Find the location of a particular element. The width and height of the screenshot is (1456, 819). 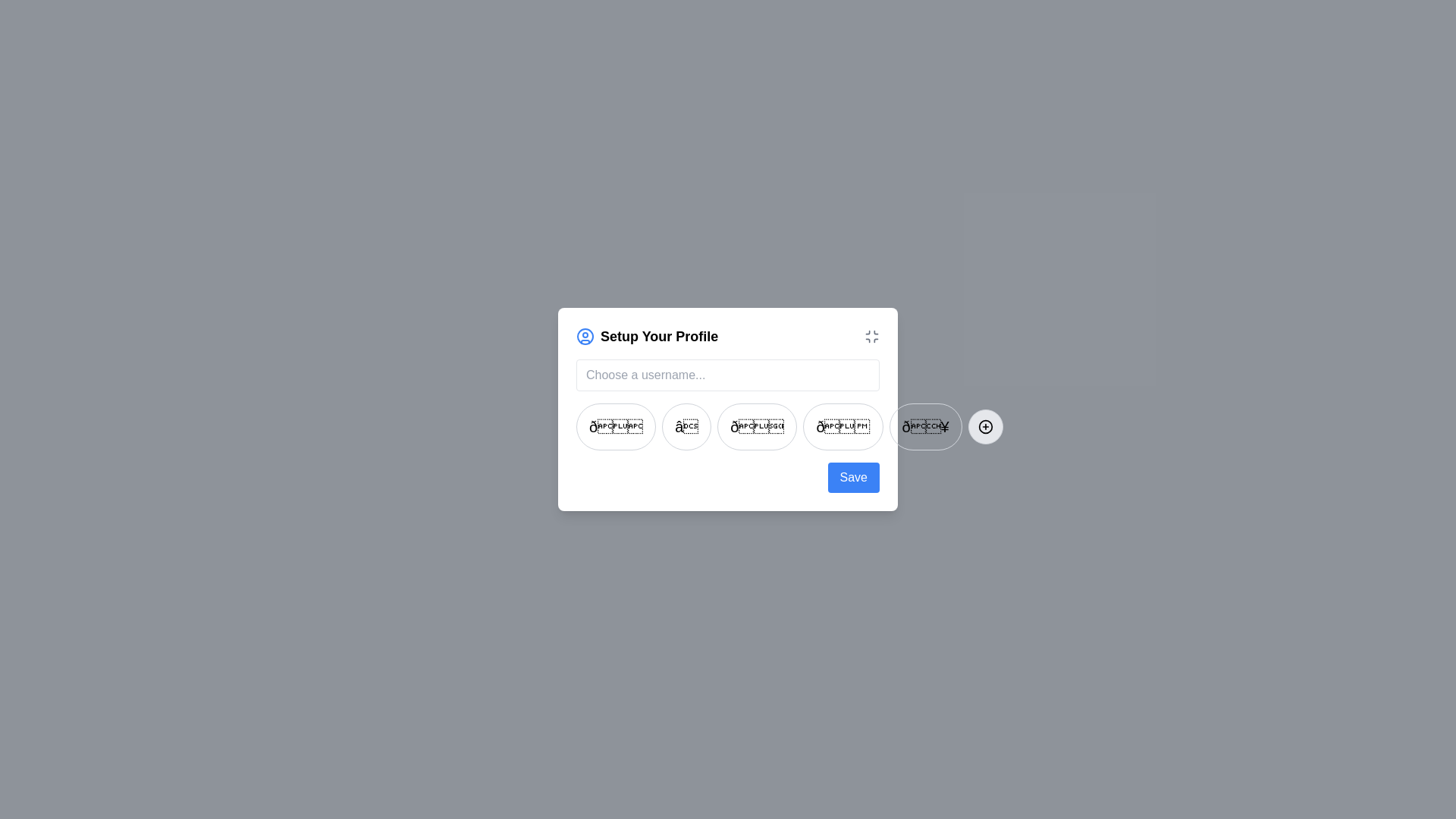

the third circular button under the 'Setup Your Profile' box is located at coordinates (757, 427).